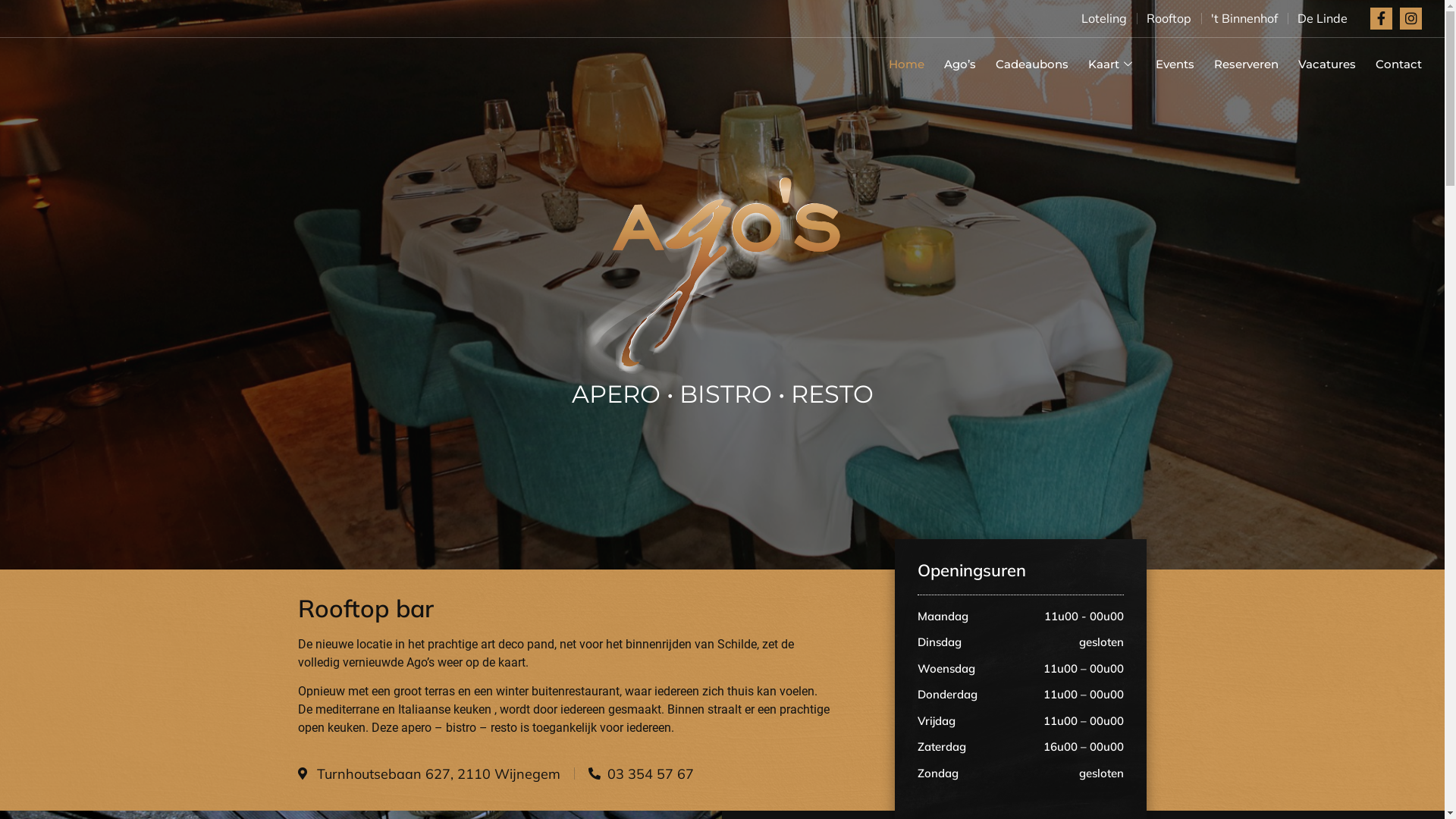 The height and width of the screenshot is (819, 1456). Describe the element at coordinates (1389, 63) in the screenshot. I see `'Contact'` at that location.